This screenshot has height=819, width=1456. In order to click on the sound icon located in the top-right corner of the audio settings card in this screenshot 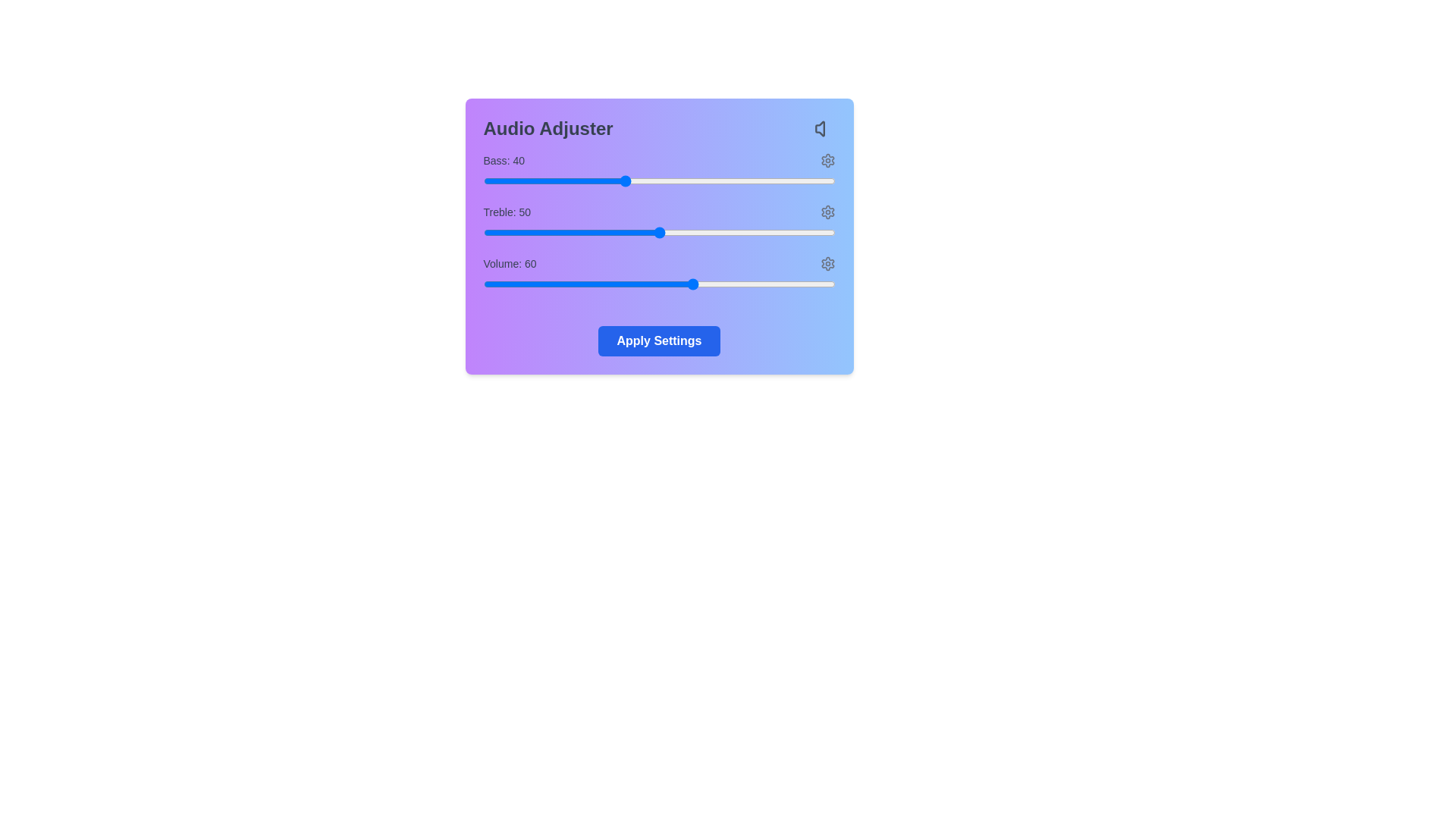, I will do `click(819, 127)`.